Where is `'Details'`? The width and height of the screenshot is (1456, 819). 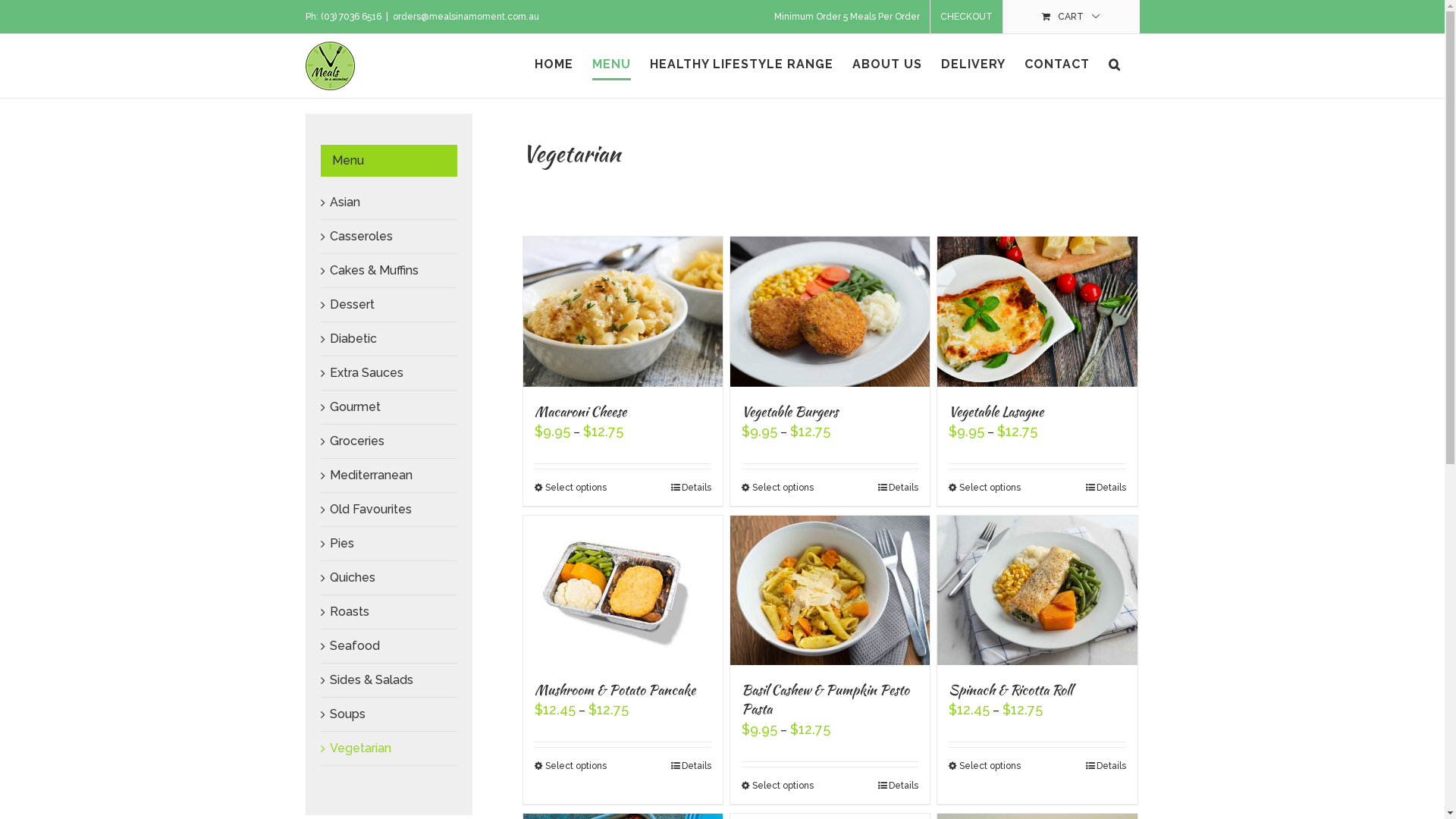 'Details' is located at coordinates (670, 766).